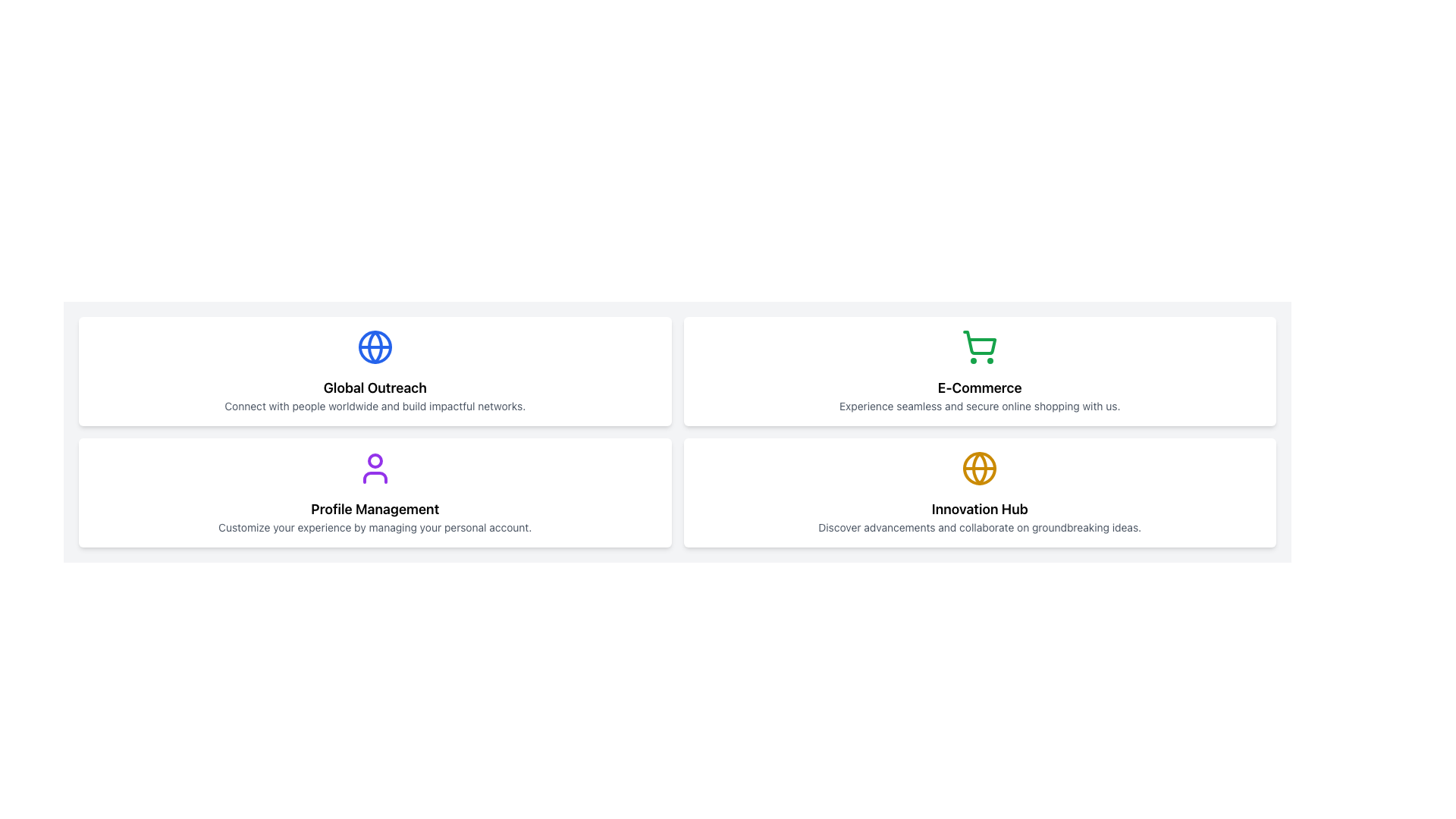 This screenshot has height=819, width=1456. Describe the element at coordinates (375, 347) in the screenshot. I see `the Decorative SVG circle that is part of the globe icon located in the upper left card of the four-card layout, situated above the 'Global Outreach' text` at that location.